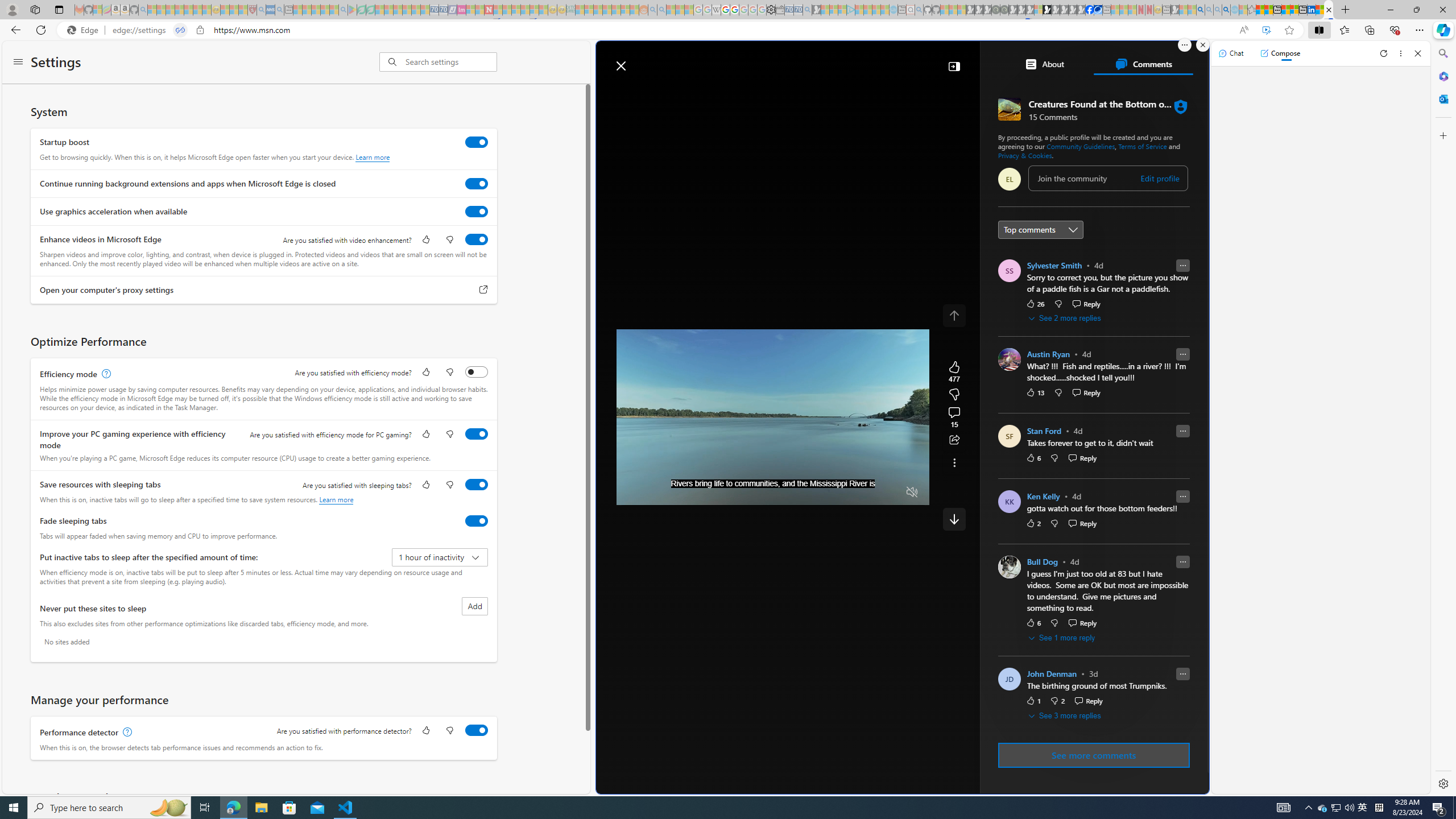  I want to click on 'Learn more', so click(336, 499).